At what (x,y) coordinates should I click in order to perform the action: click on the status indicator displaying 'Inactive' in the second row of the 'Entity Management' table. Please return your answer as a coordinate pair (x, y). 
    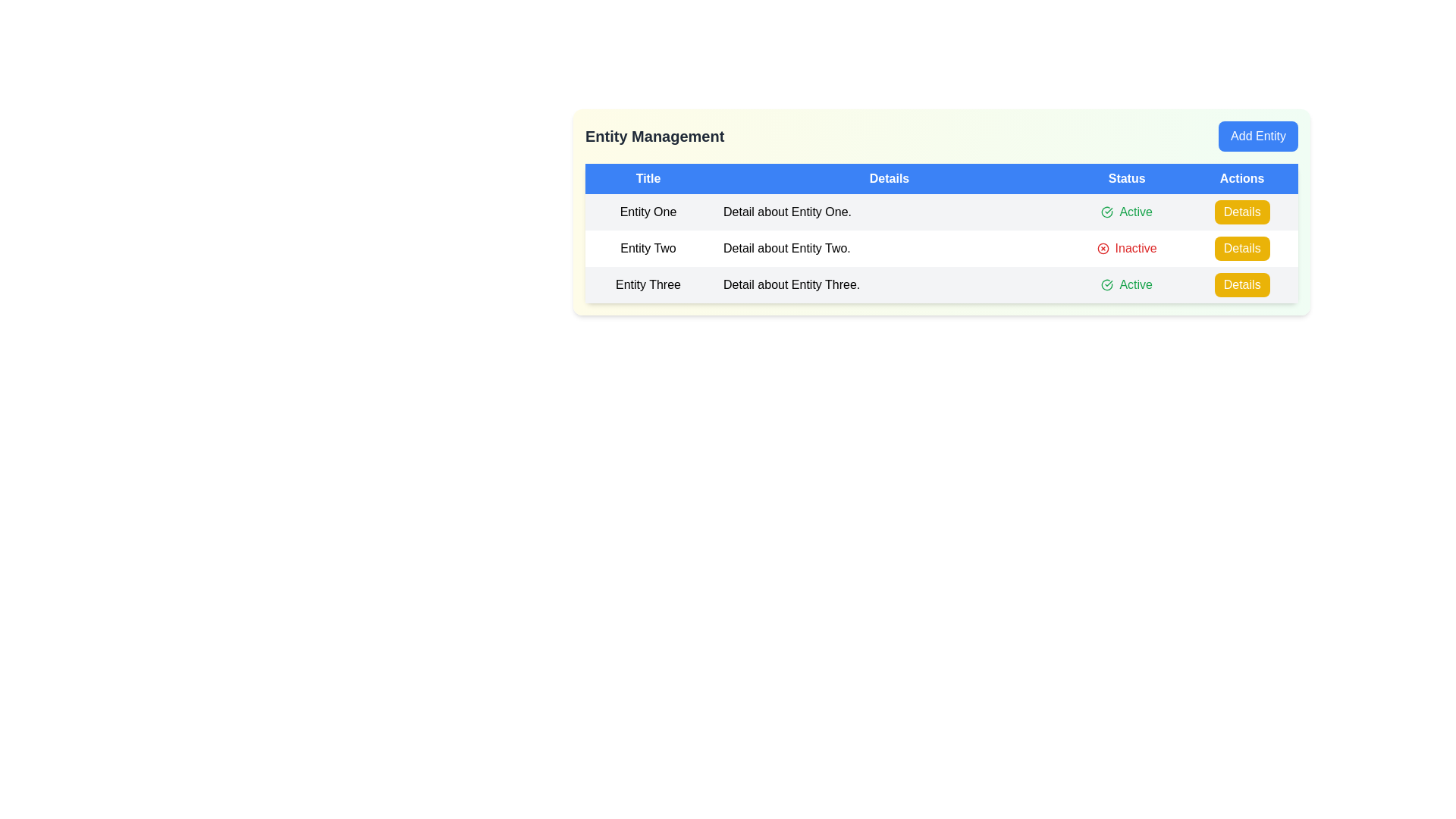
    Looking at the image, I should click on (941, 247).